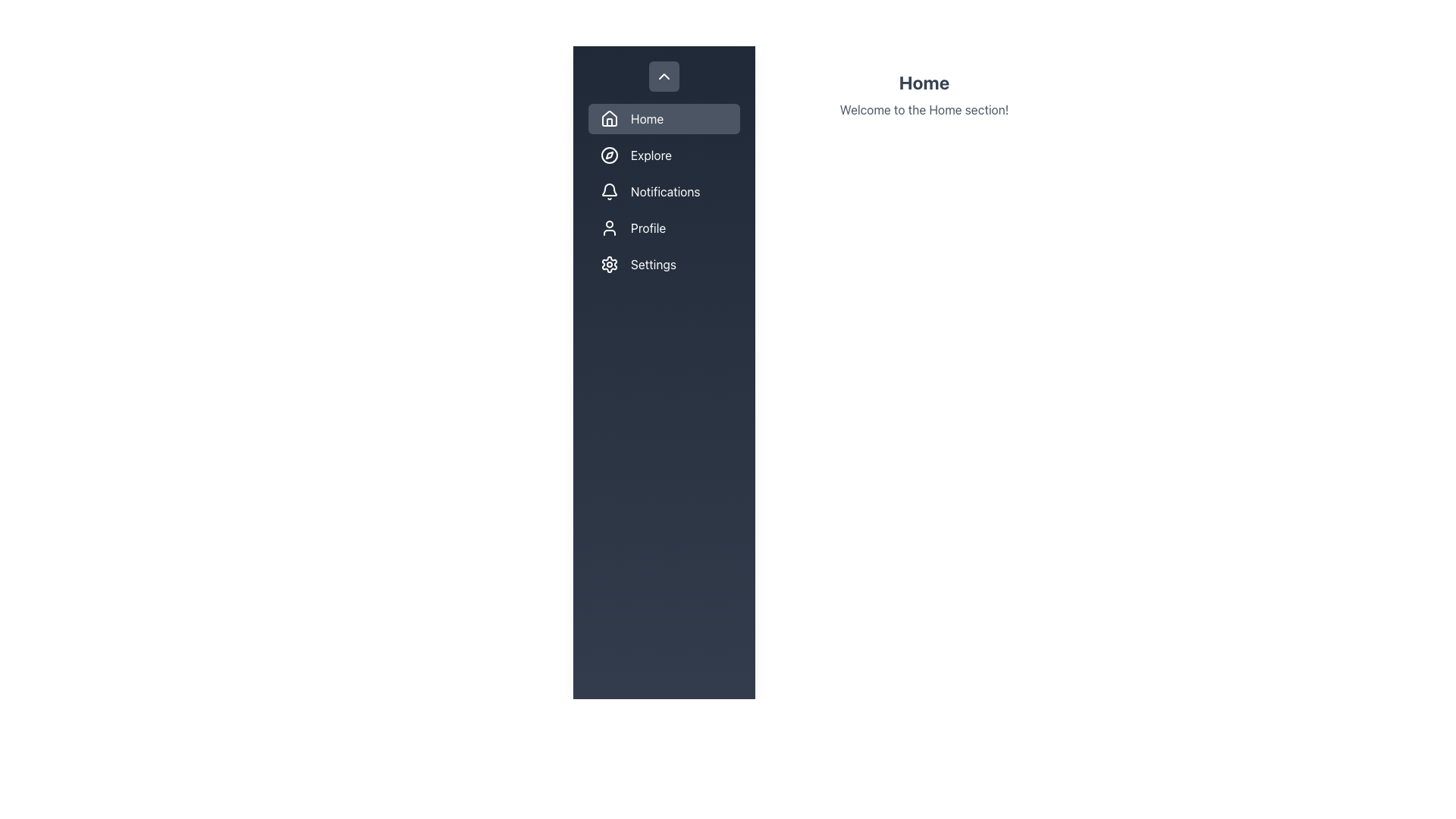  Describe the element at coordinates (924, 109) in the screenshot. I see `the text block displaying 'Welcome to the Home section!' located below the 'Home' heading` at that location.